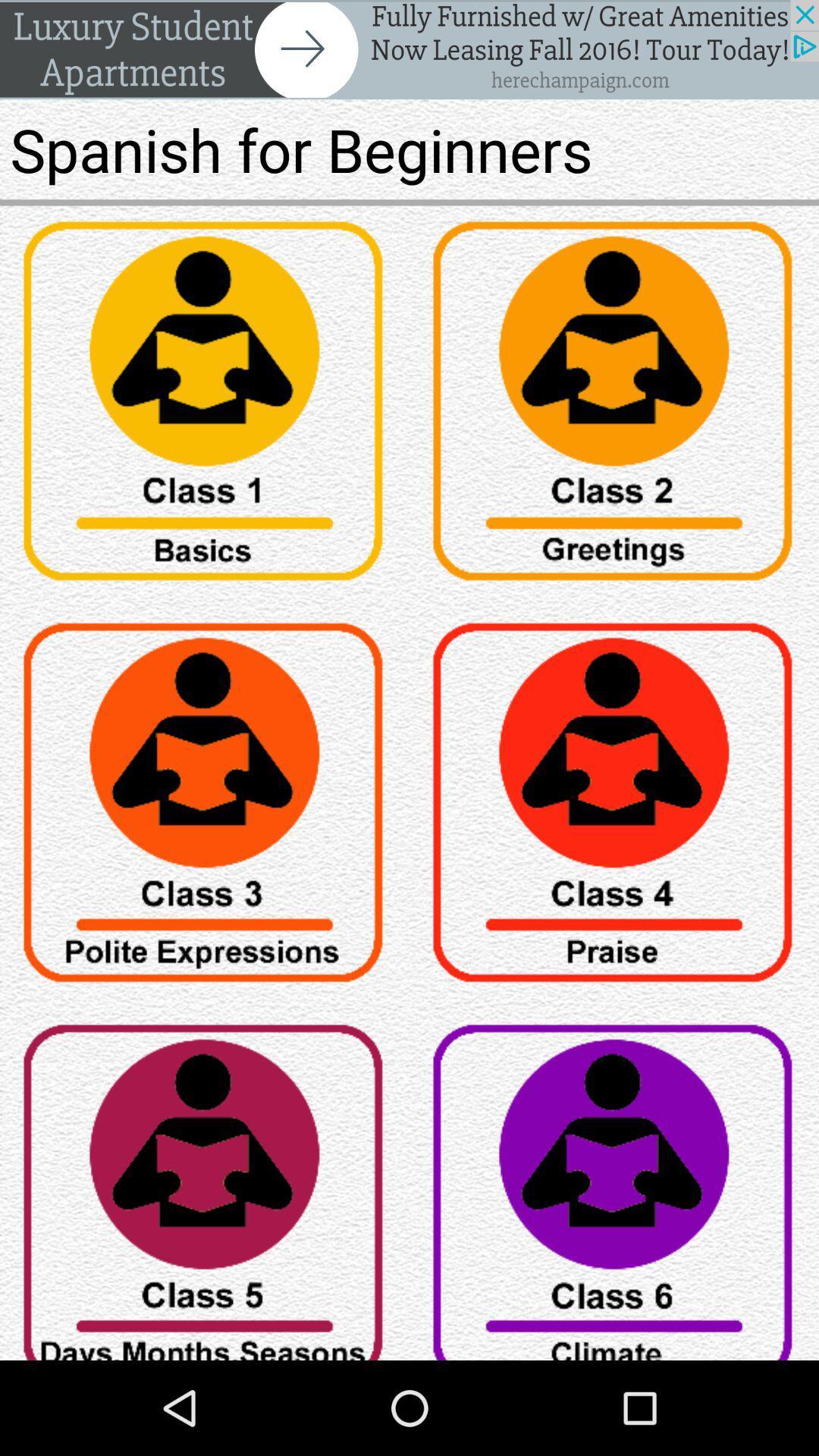  What do you see at coordinates (614, 1184) in the screenshot?
I see `choose level difficulty` at bounding box center [614, 1184].